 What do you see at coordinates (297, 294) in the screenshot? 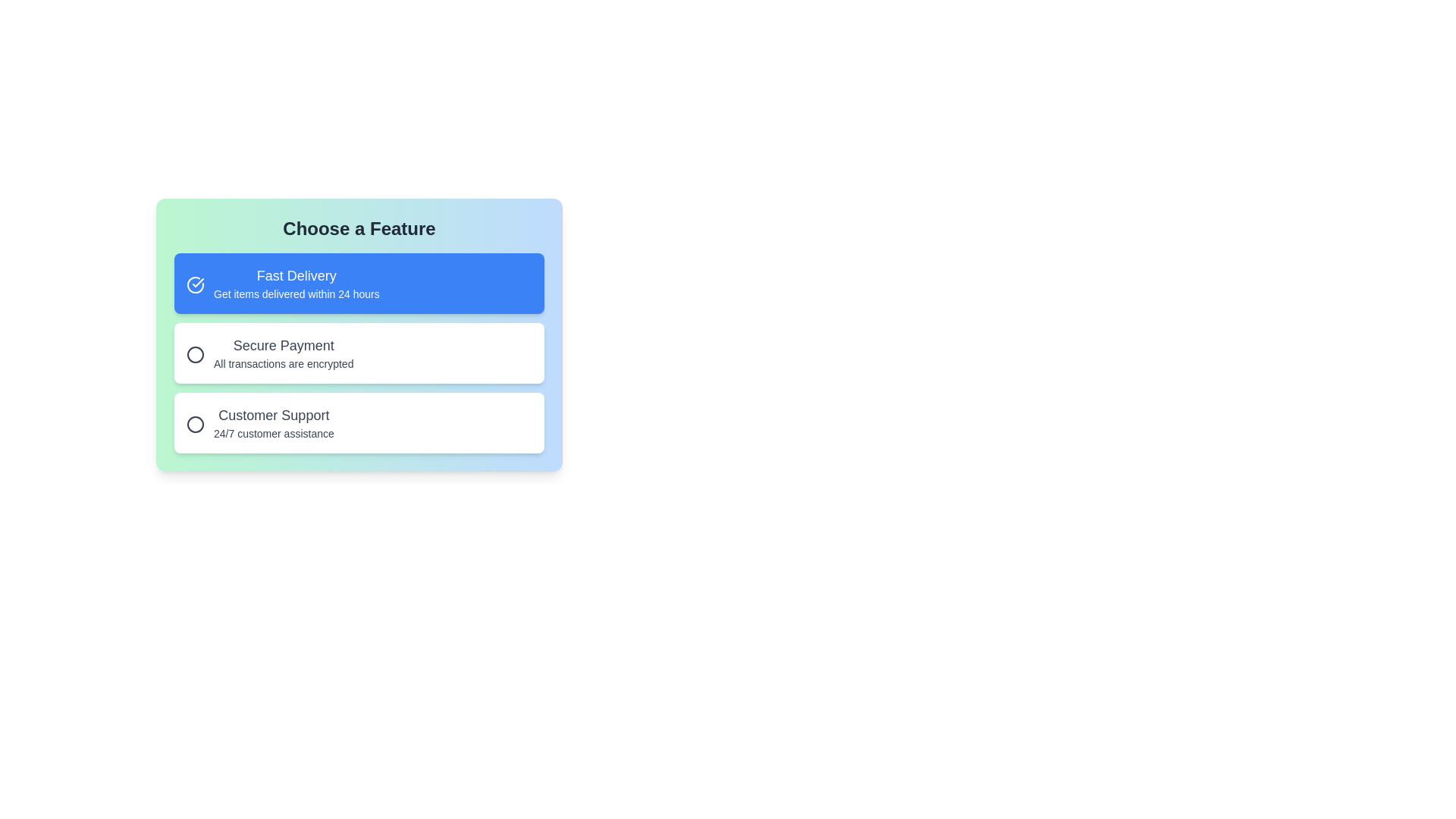
I see `text displaying 'Get items delivered within 24 hours' which is located below the title 'Fast Delivery' in a blue rectangular background` at bounding box center [297, 294].